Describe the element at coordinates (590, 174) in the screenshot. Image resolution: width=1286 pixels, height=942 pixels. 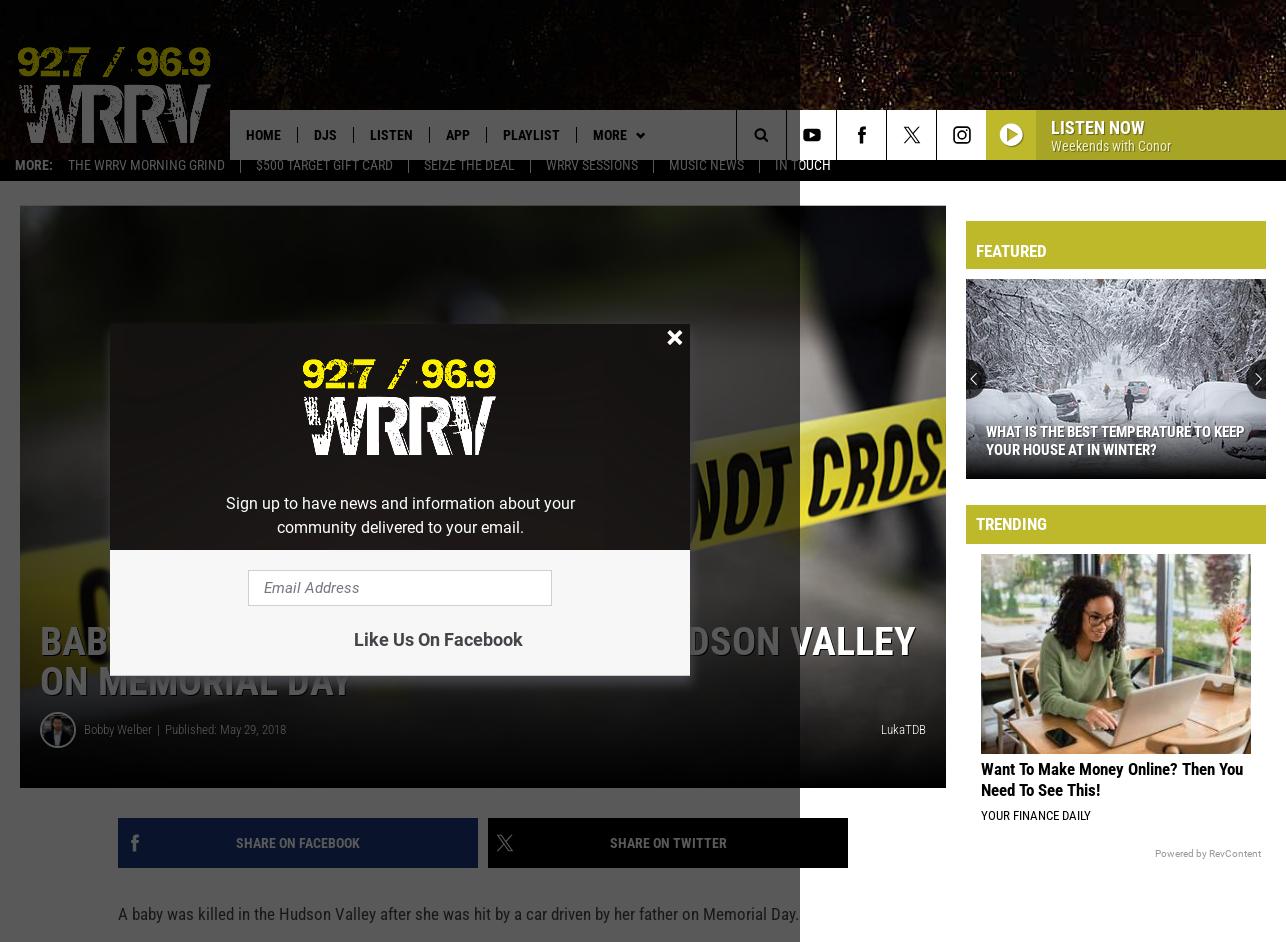
I see `'WRRV Sessions'` at that location.